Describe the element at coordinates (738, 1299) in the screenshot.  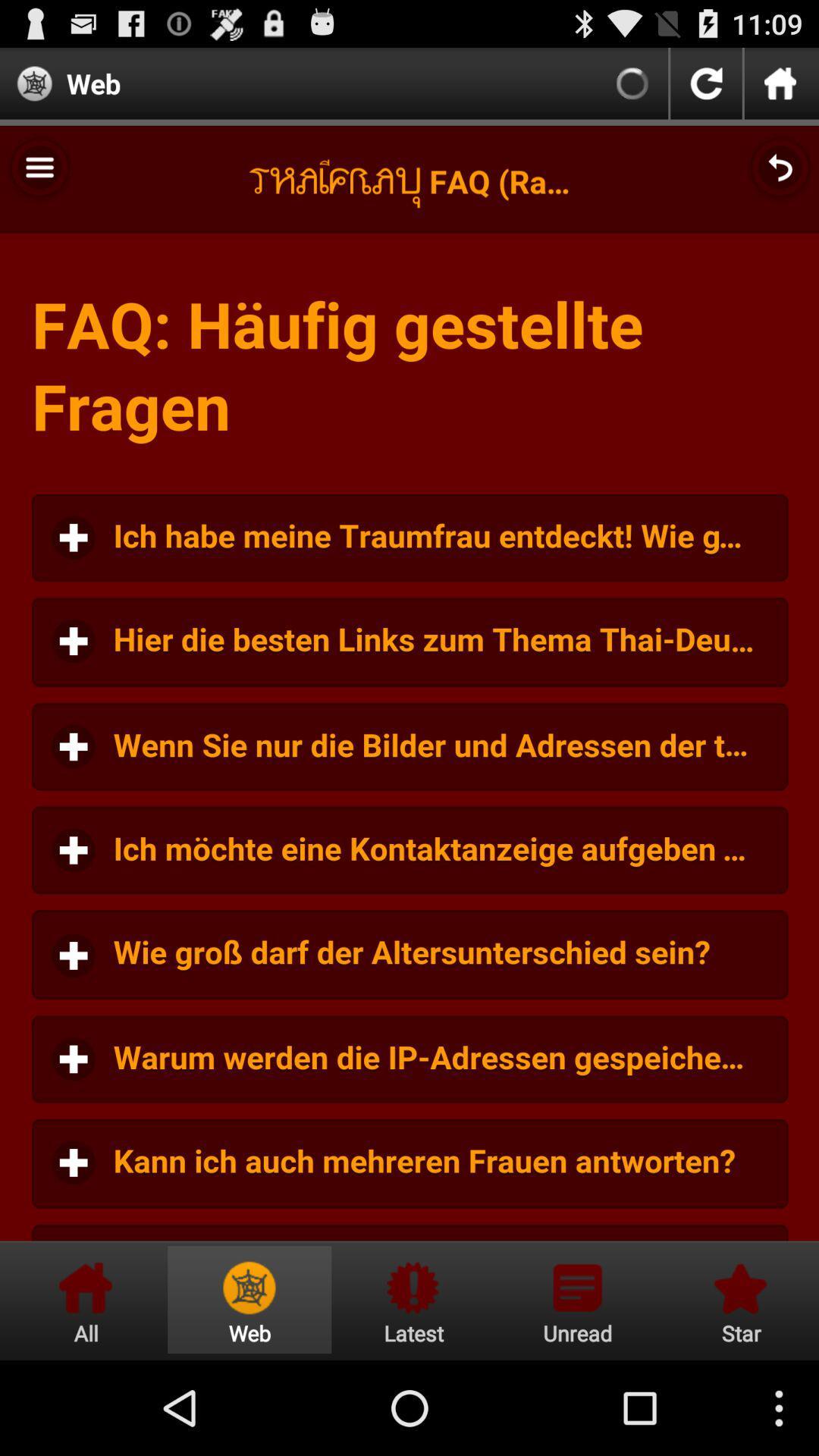
I see `favorites` at that location.